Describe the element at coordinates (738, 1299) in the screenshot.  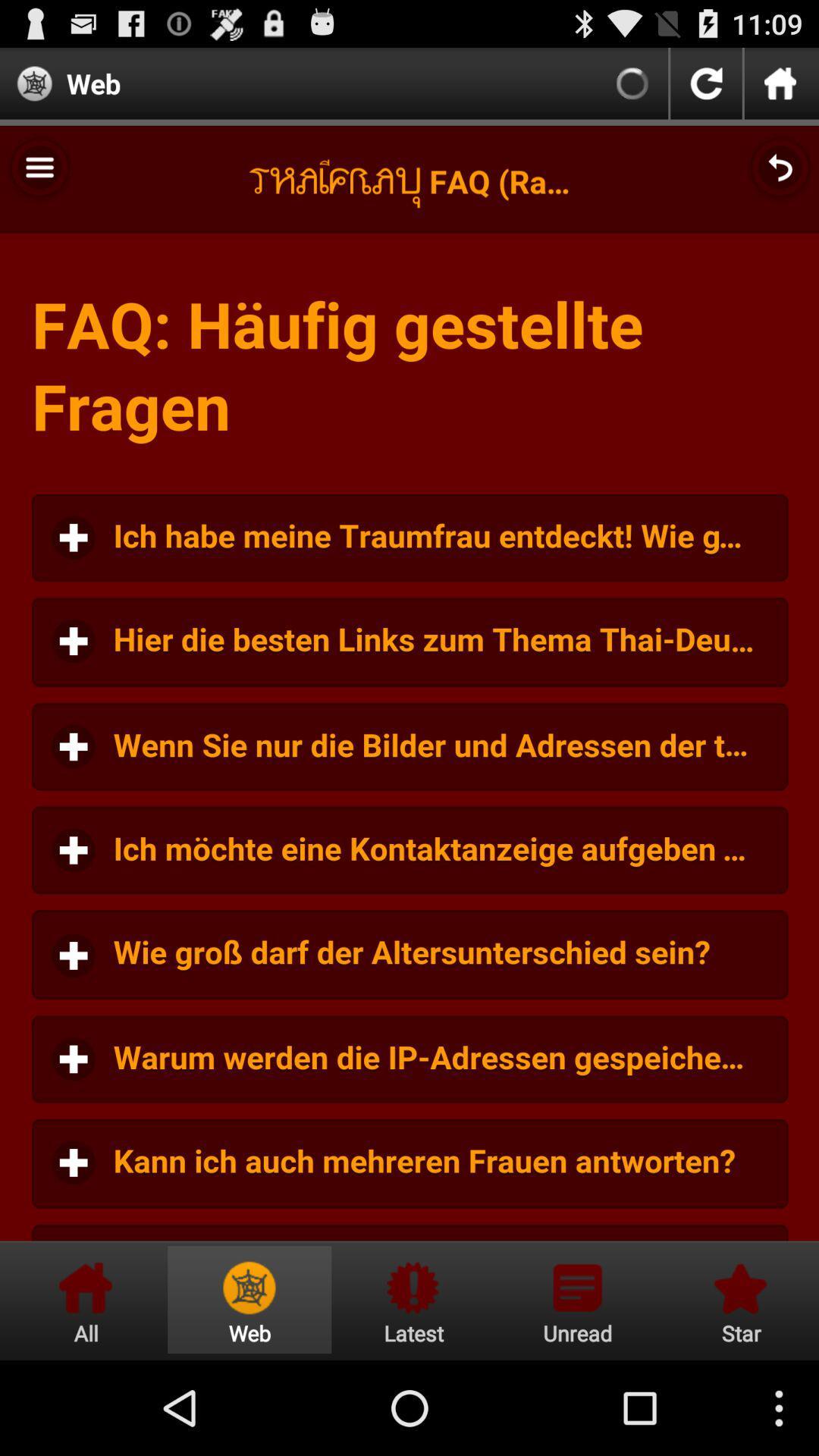
I see `favorites` at that location.